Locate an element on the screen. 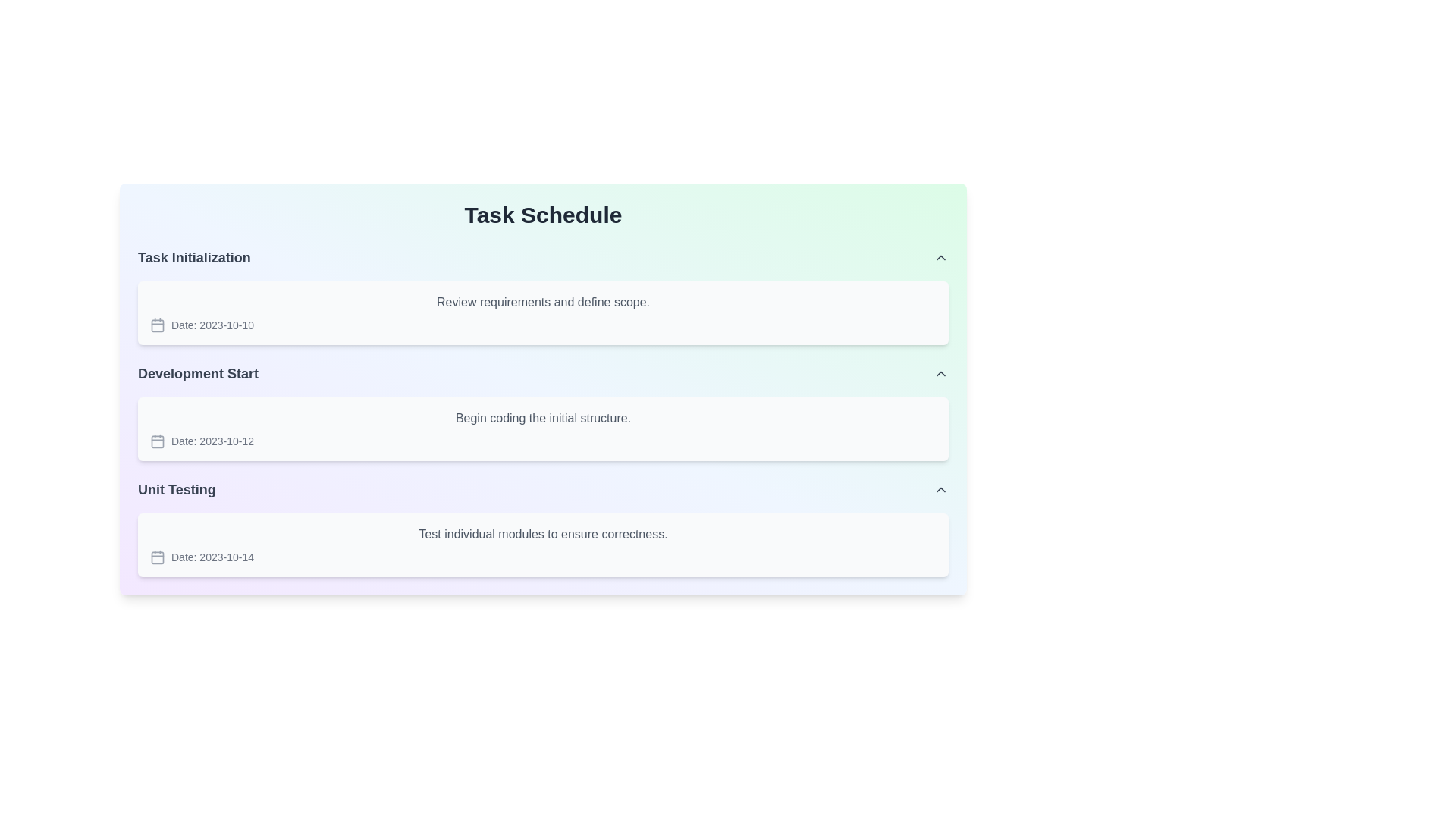 This screenshot has height=819, width=1456. displayed date from the labeled date display associated with the 'Unit Testing' task, located on the left side following the task description is located at coordinates (543, 557).